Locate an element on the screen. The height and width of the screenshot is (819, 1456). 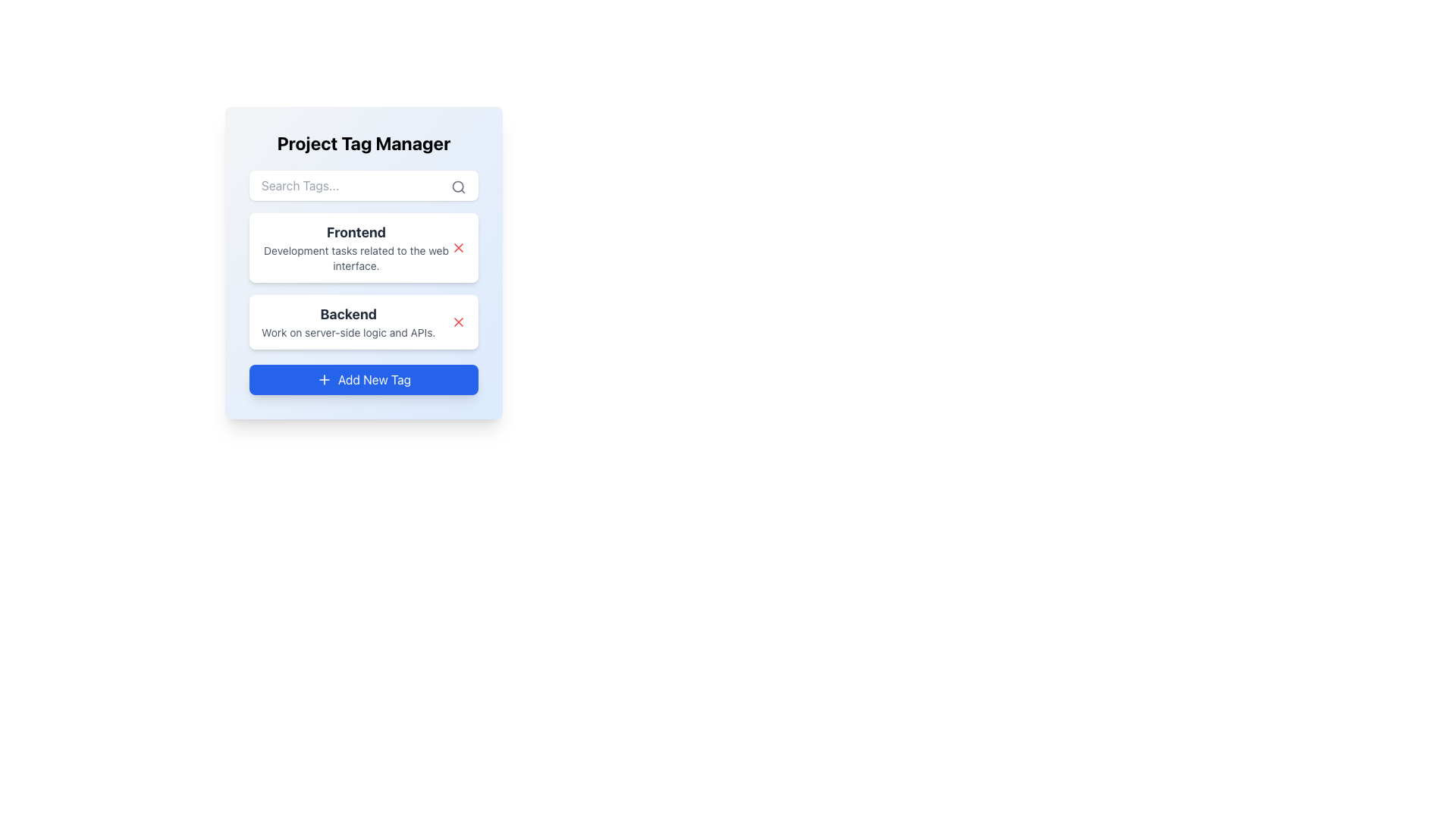
textual information from the 'Backend' text block, which is the second item in the vertical list of cards in the 'Project Tag Manager' interface is located at coordinates (347, 321).